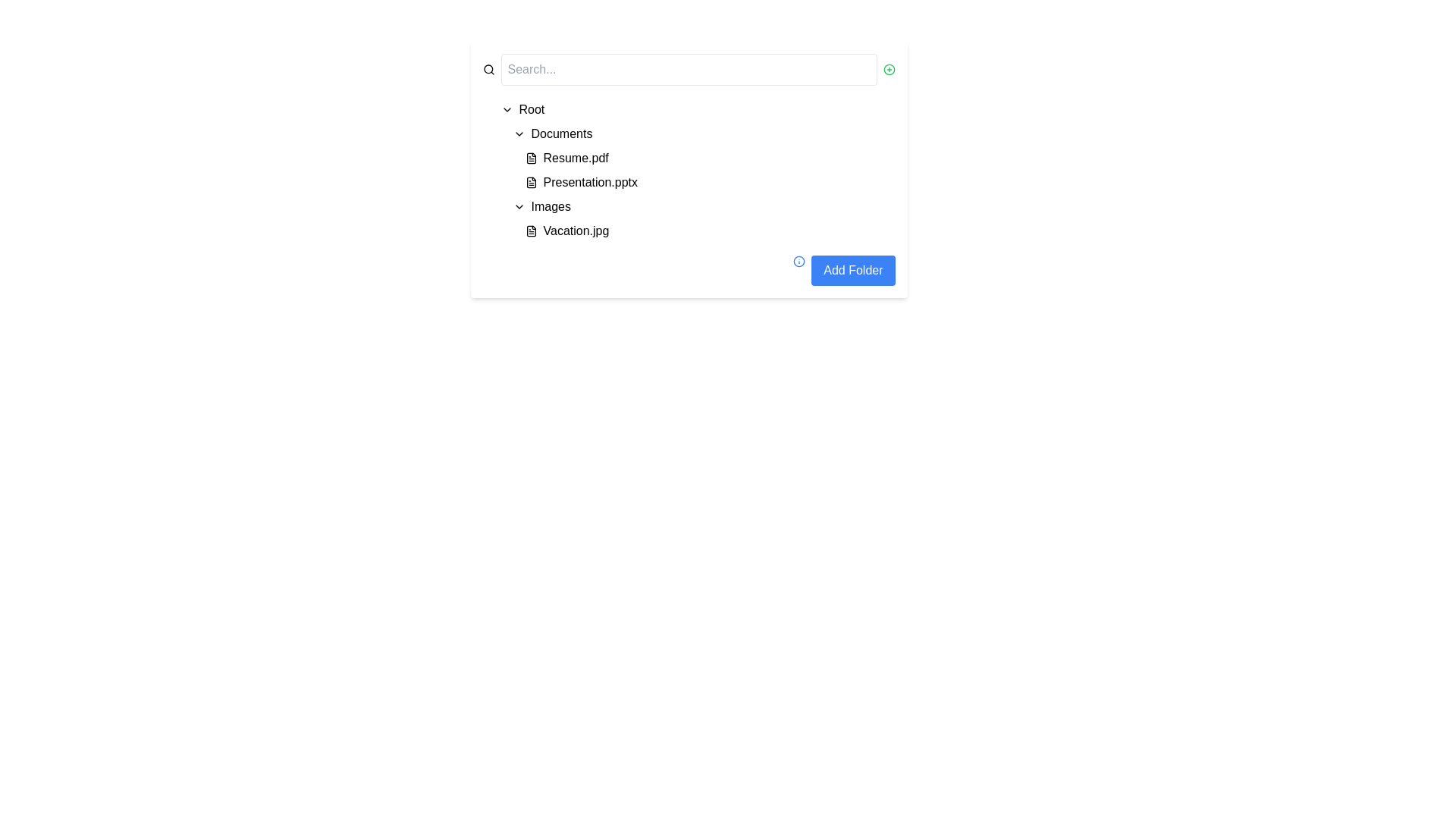 This screenshot has height=819, width=1456. Describe the element at coordinates (519, 207) in the screenshot. I see `the chevron icon` at that location.